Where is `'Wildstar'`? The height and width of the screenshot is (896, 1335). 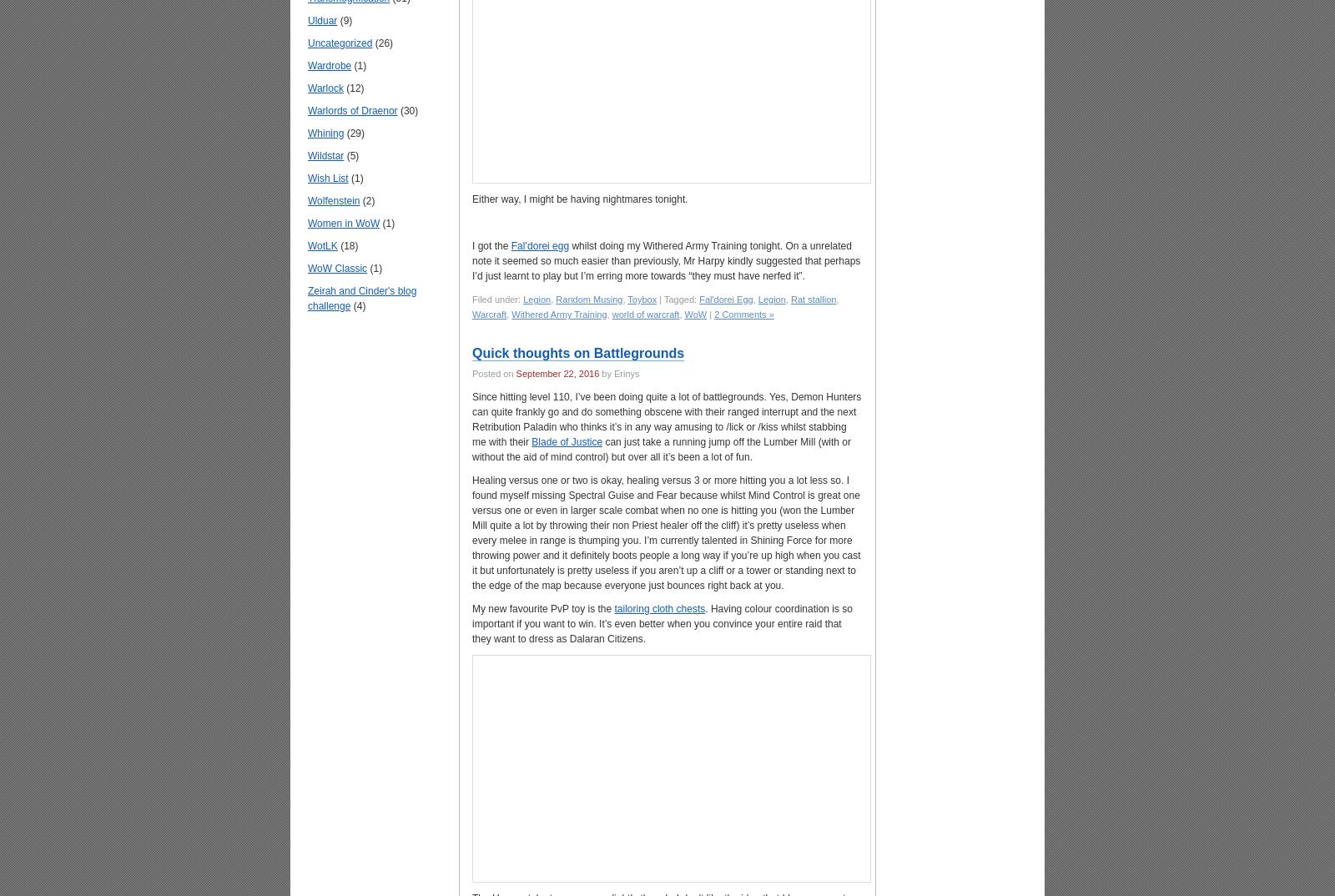
'Wildstar' is located at coordinates (325, 155).